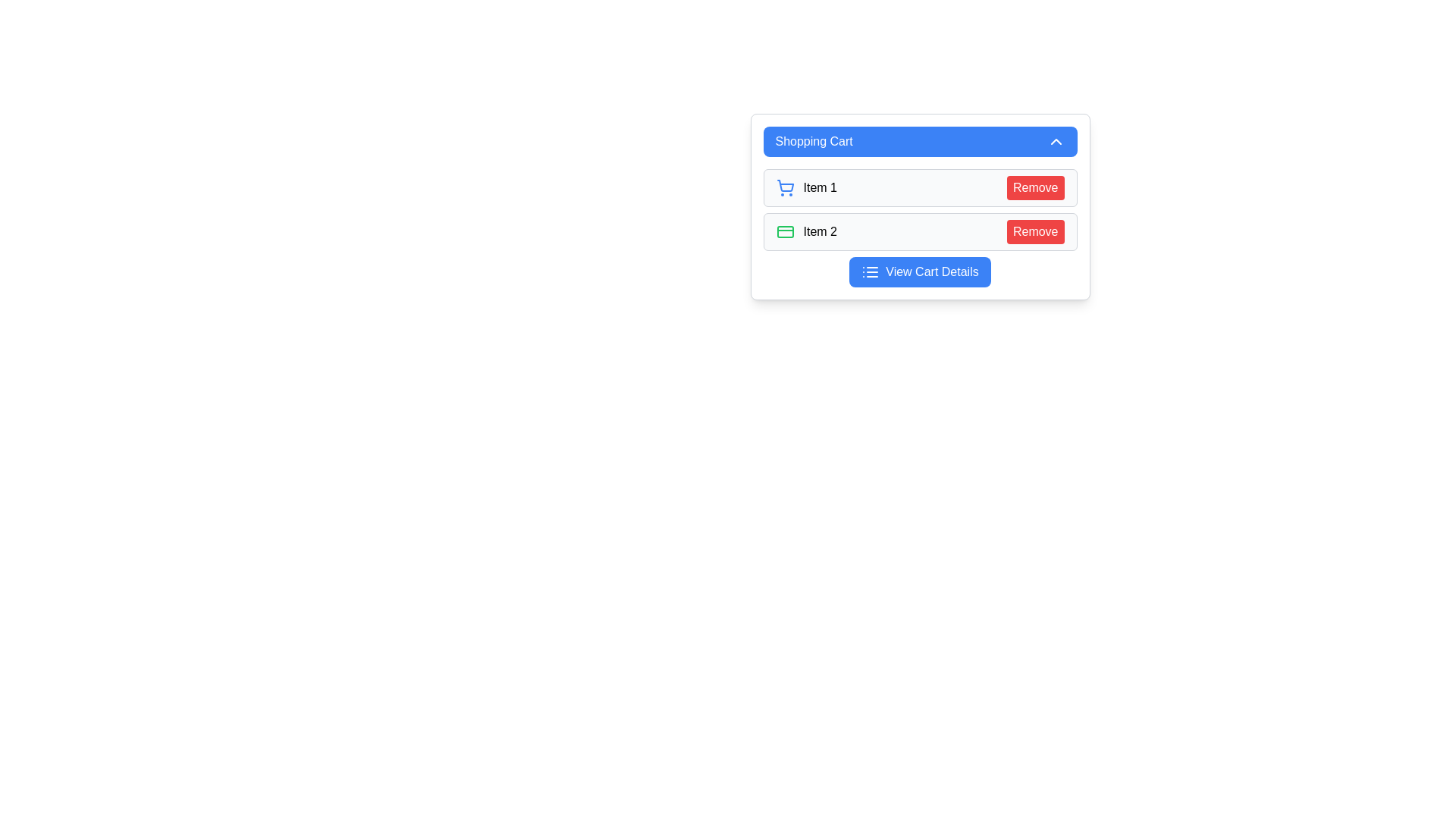 The width and height of the screenshot is (1456, 819). I want to click on label of the item in the second row of the shopping cart, located to the left of the red 'Remove' button, so click(805, 231).